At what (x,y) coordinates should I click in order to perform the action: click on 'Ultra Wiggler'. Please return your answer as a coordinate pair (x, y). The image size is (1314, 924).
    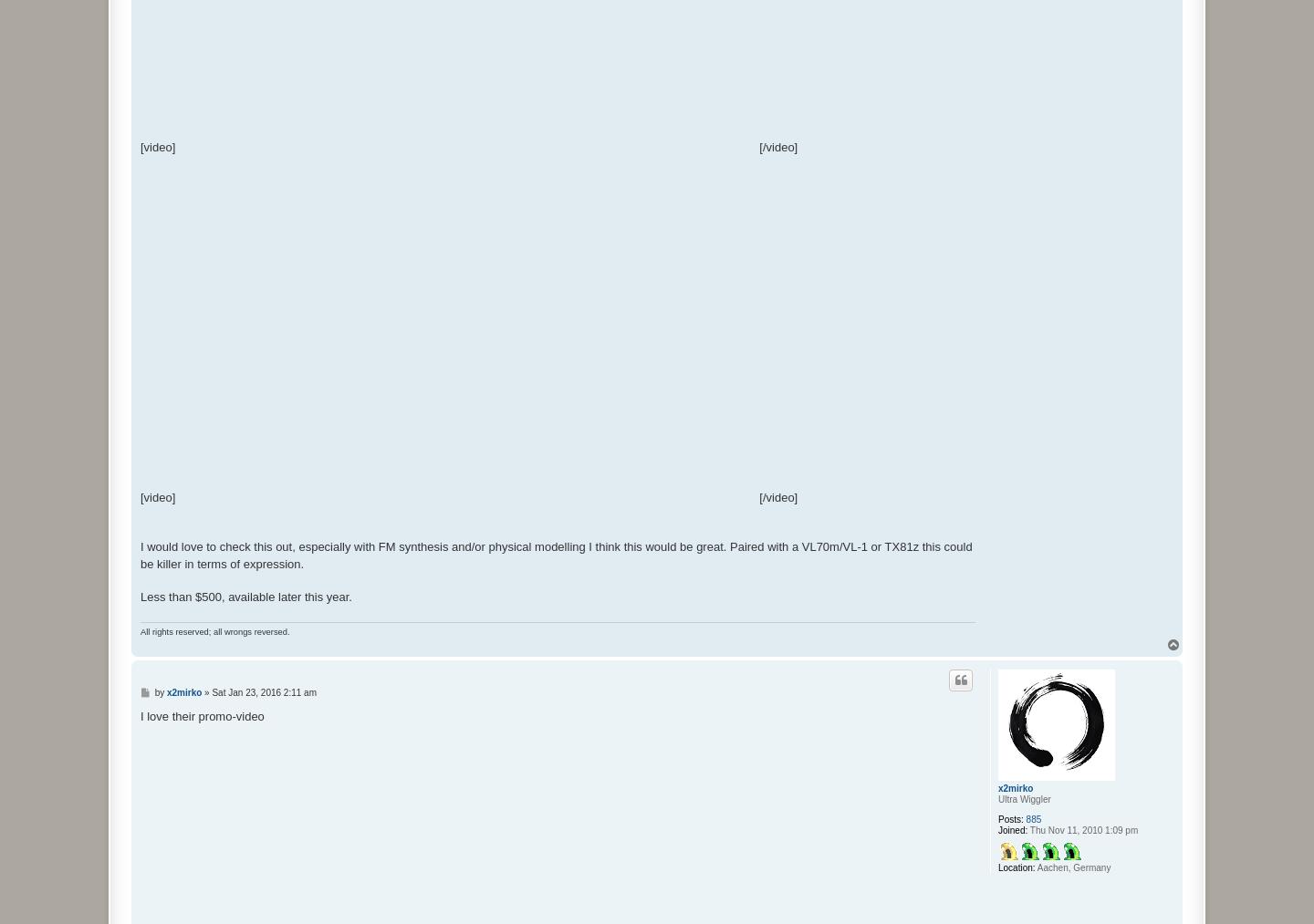
    Looking at the image, I should click on (1023, 798).